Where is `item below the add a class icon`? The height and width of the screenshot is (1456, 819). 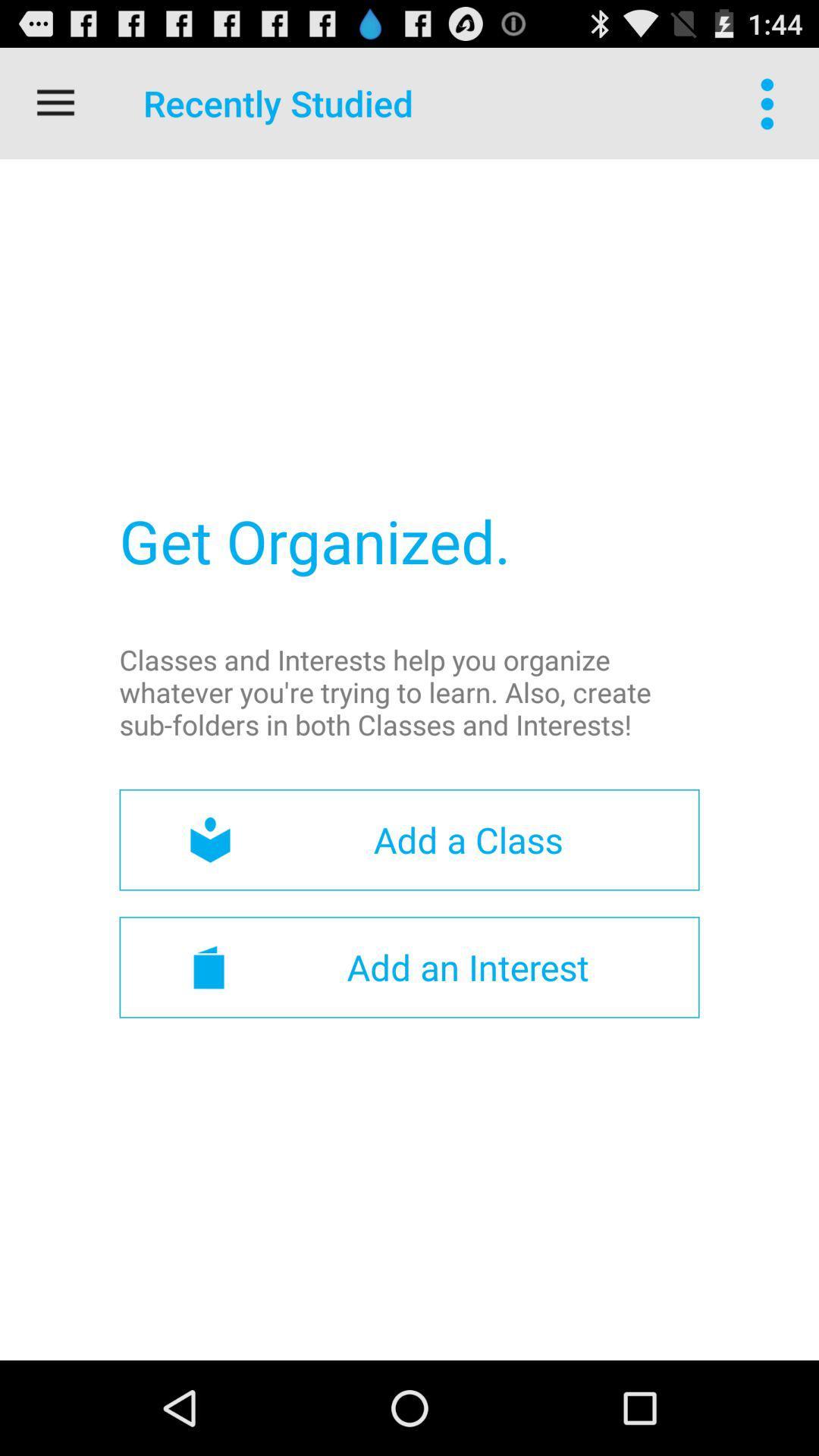 item below the add a class icon is located at coordinates (409, 966).